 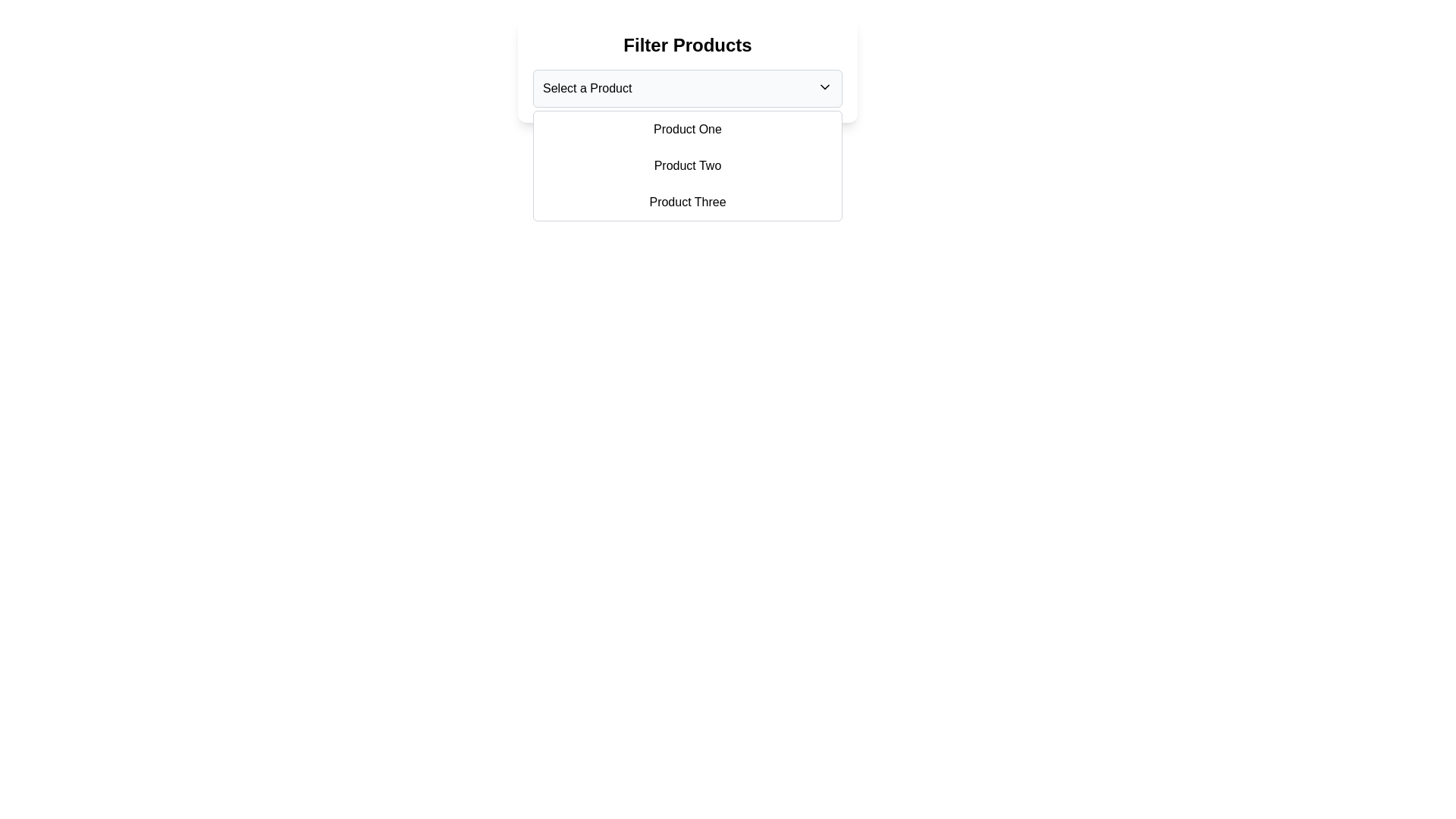 What do you see at coordinates (687, 166) in the screenshot?
I see `the dropdown list option labeled 'Product Two'` at bounding box center [687, 166].